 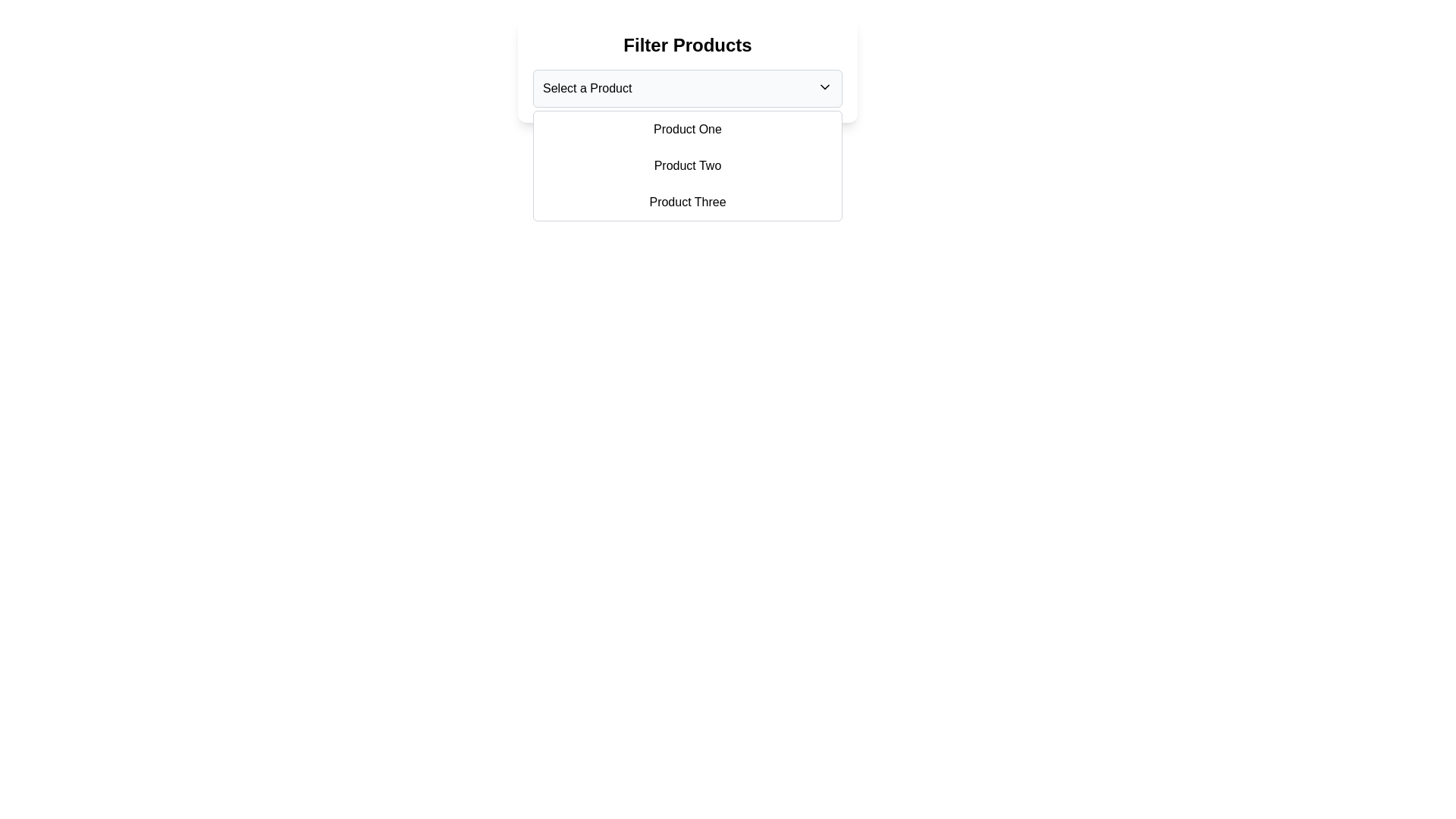 What do you see at coordinates (687, 166) in the screenshot?
I see `the dropdown list option labeled 'Product Two'` at bounding box center [687, 166].